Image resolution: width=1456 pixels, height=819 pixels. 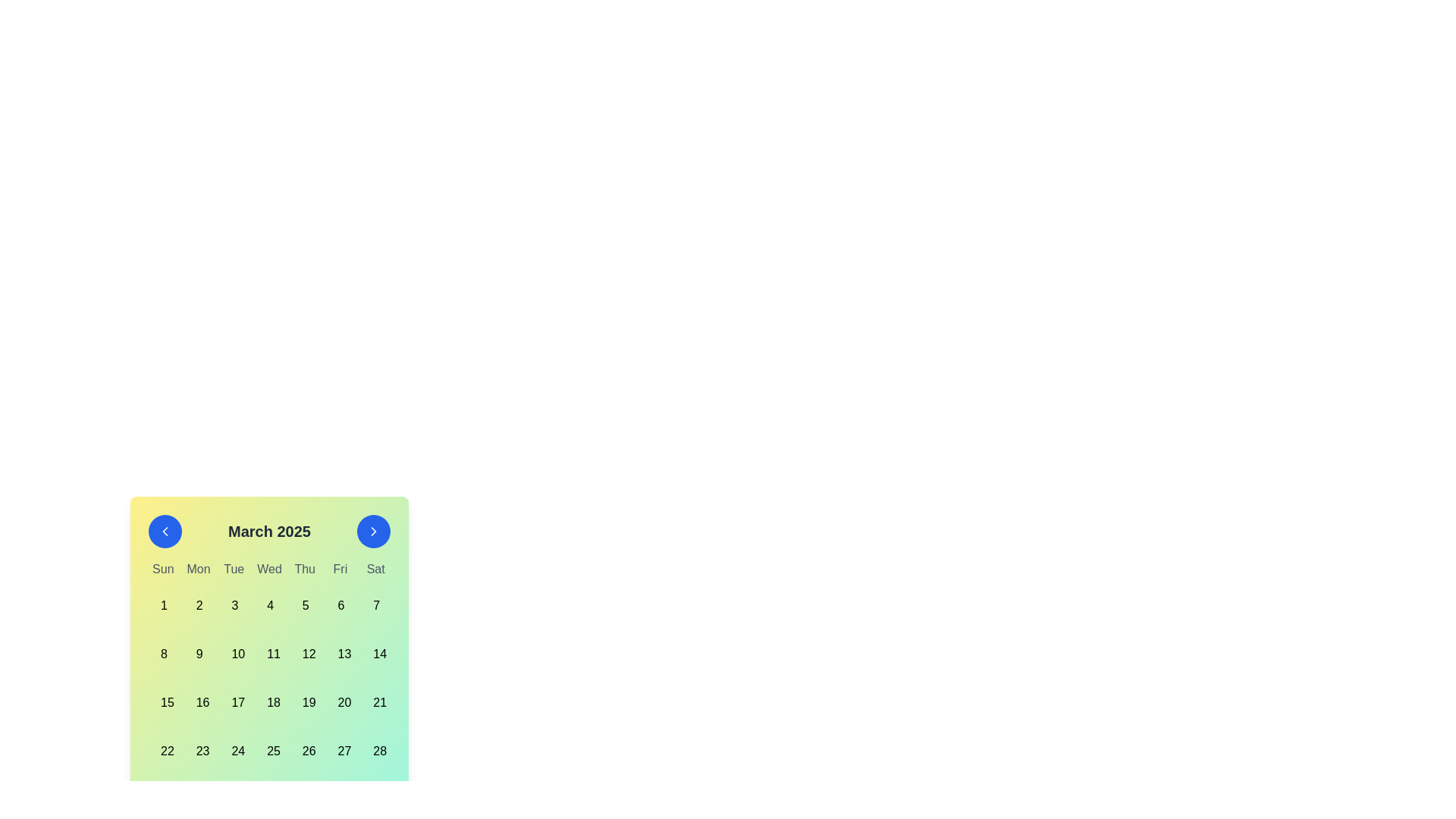 I want to click on the label indicating 'Wed' in the calendar's header row, positioned between 'Tue' and 'Thu', so click(x=269, y=570).